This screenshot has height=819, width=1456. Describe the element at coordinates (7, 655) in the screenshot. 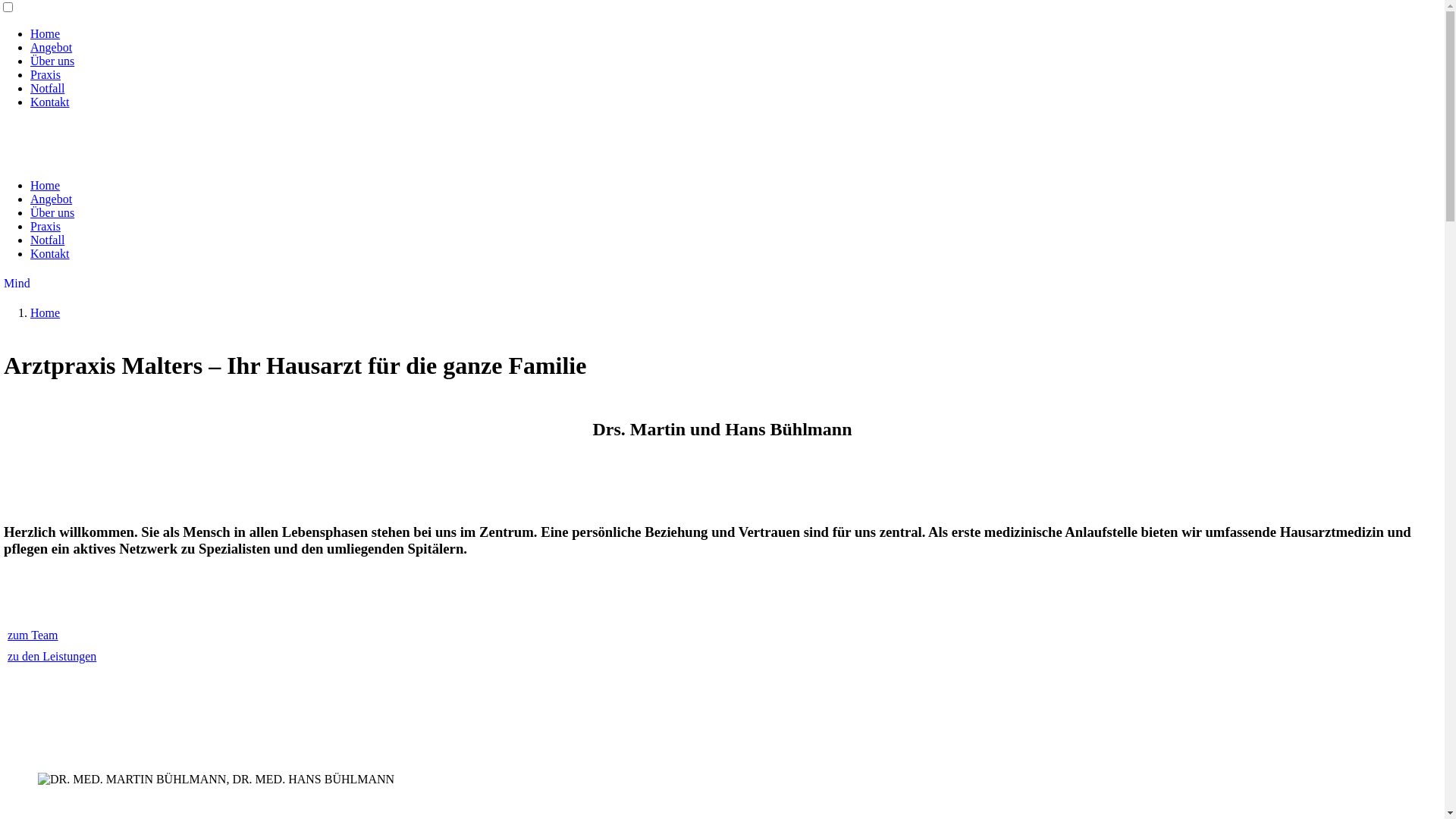

I see `'zu den Leistungen'` at that location.